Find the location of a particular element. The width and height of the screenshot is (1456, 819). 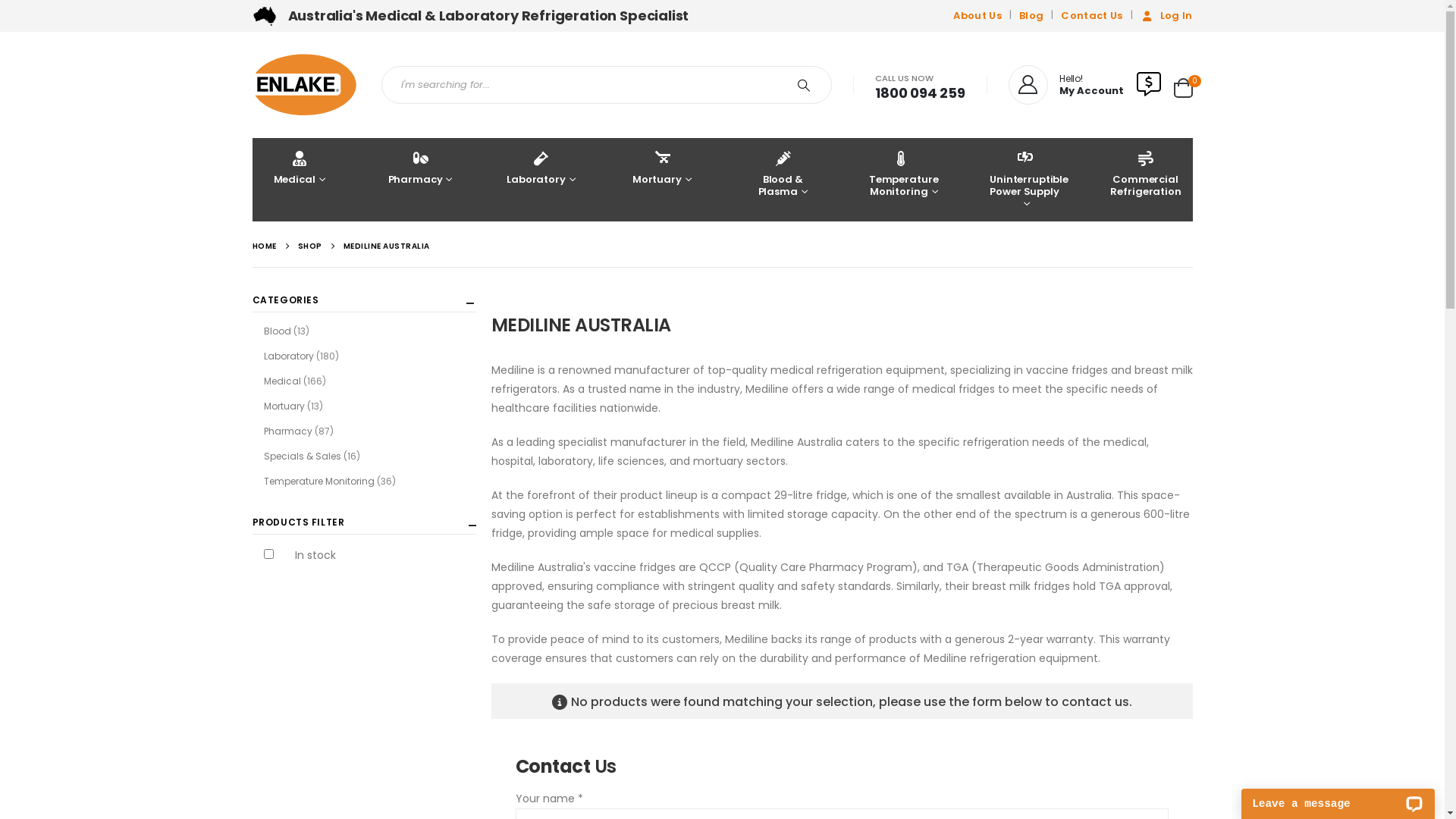

'Hello! is located at coordinates (1065, 84).